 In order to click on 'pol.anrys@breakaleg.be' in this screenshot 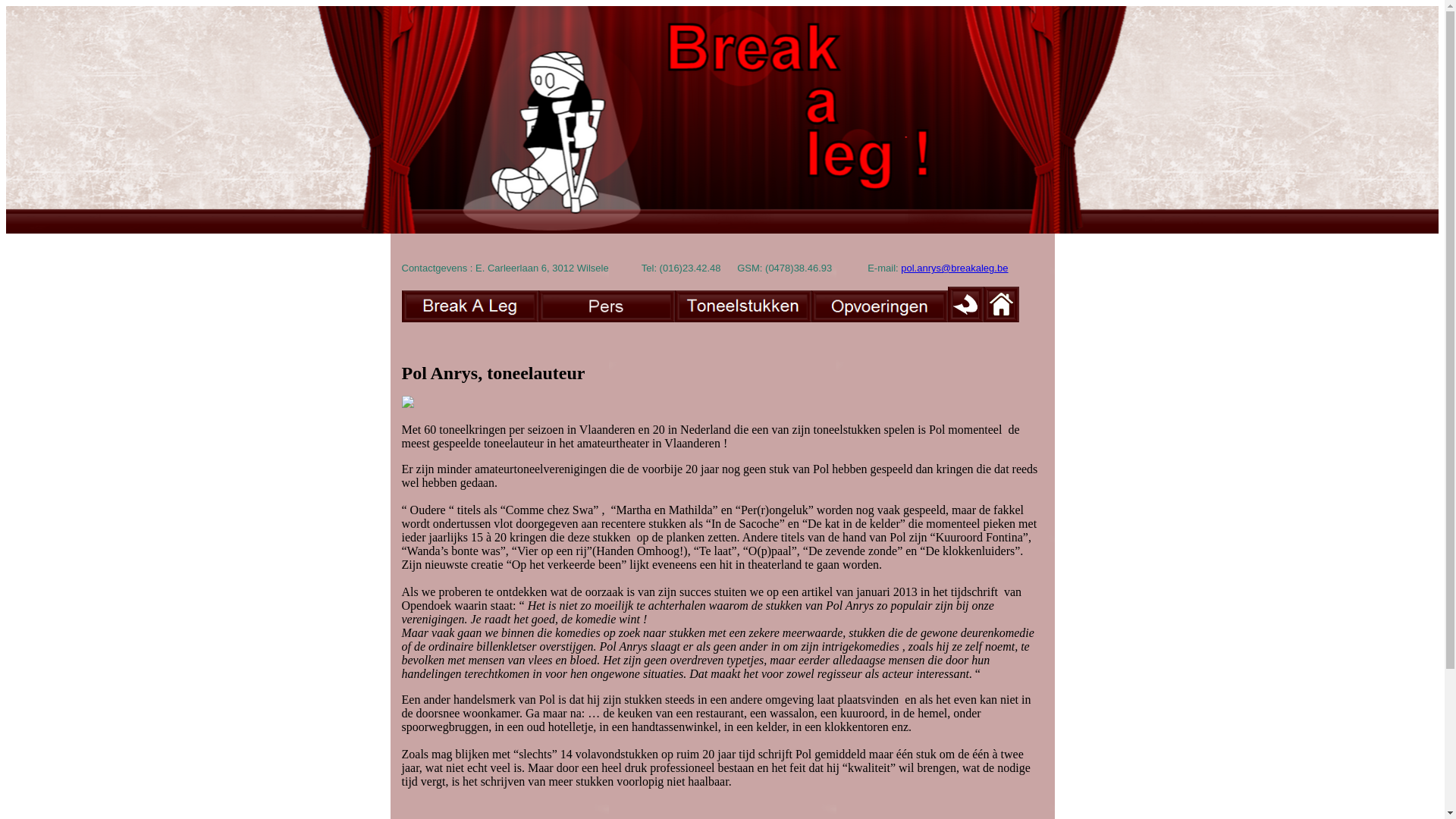, I will do `click(953, 267)`.